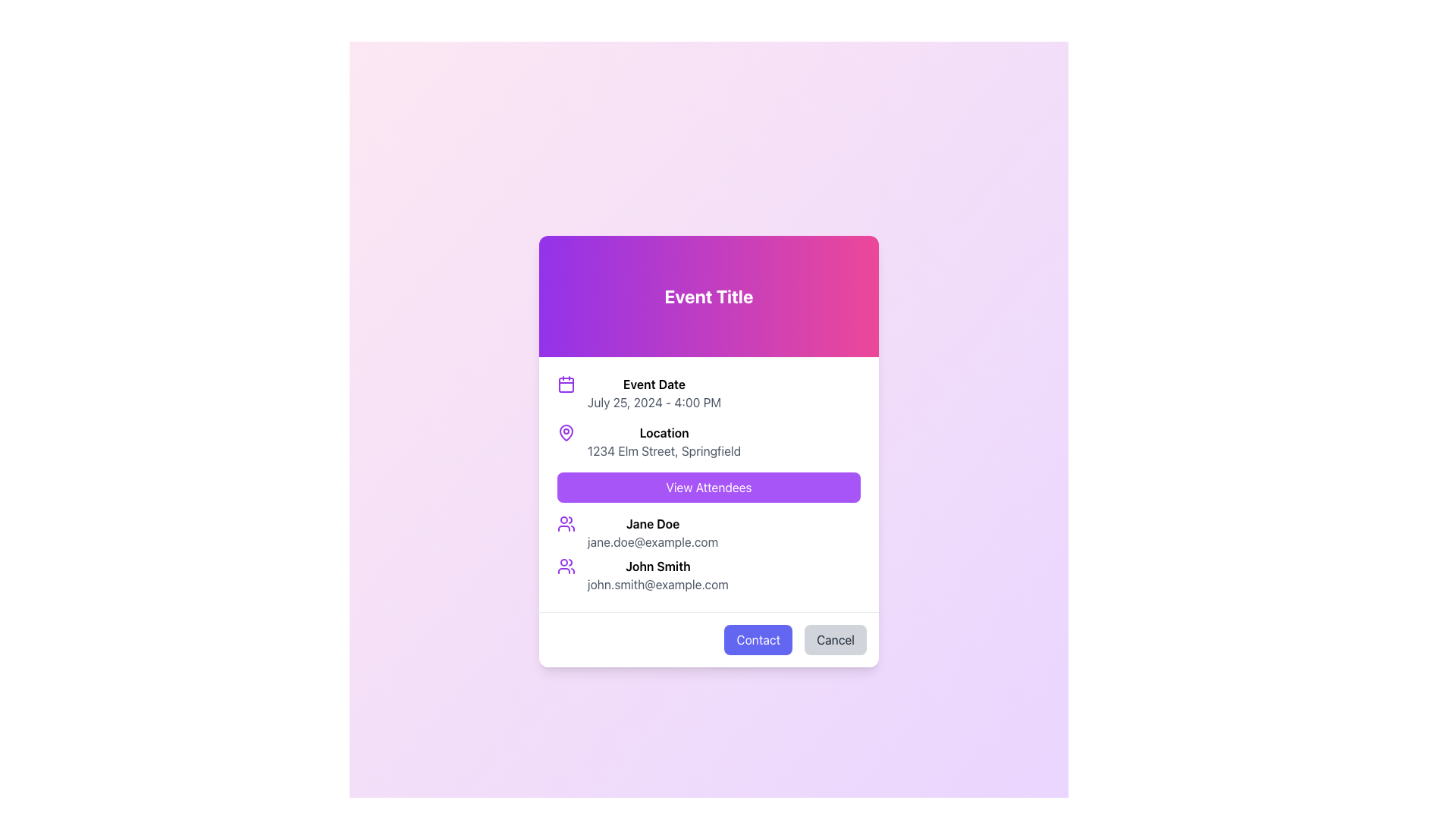 Image resolution: width=1456 pixels, height=819 pixels. I want to click on the text element displaying '1234 Elm Street, Springfield', which is styled in a gray font and positioned below the 'Location' text, so click(664, 450).